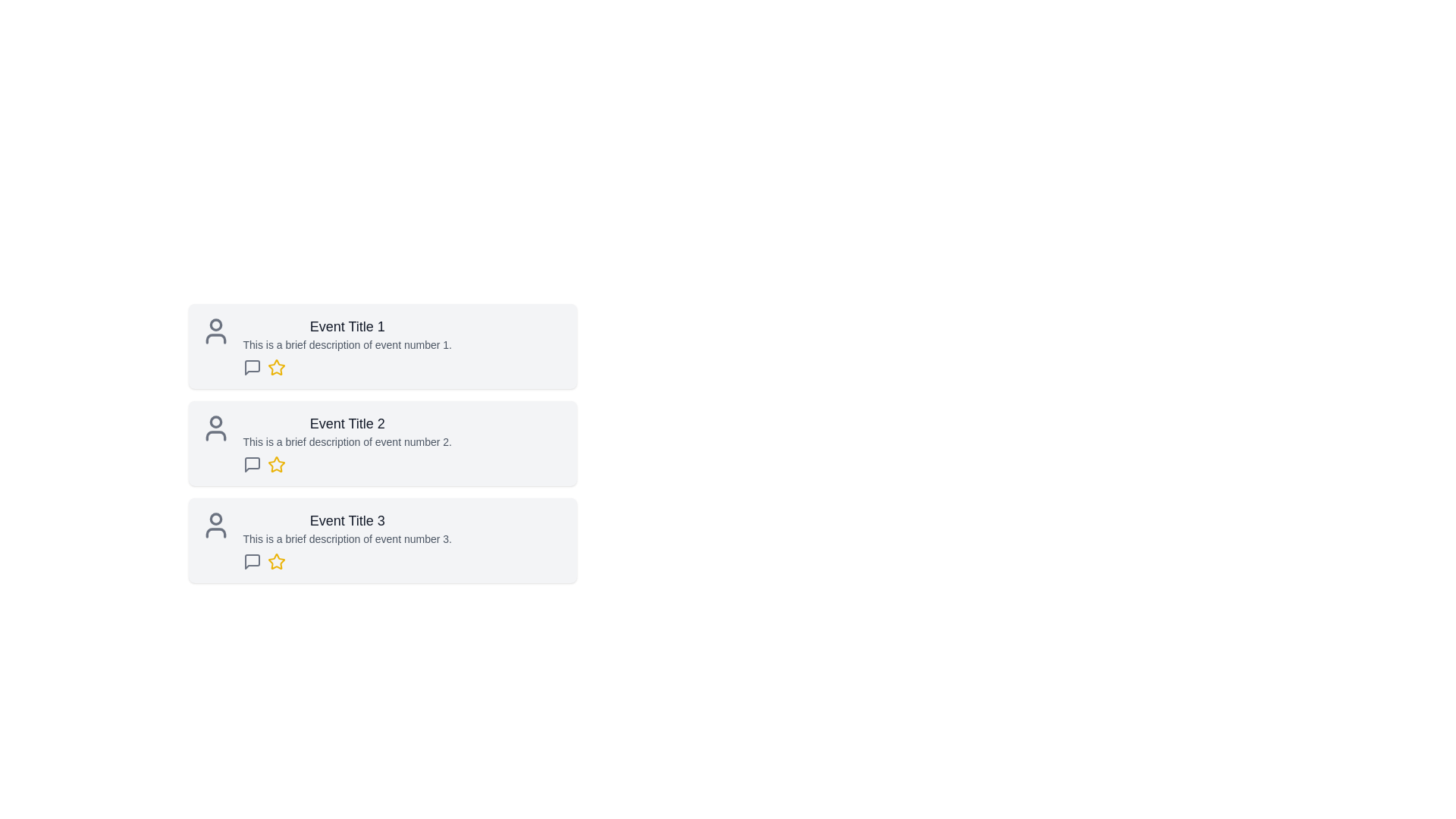 This screenshot has height=819, width=1456. I want to click on the comment icon located in the second event listing block, just below the event title and aligned with the star icon, so click(252, 464).